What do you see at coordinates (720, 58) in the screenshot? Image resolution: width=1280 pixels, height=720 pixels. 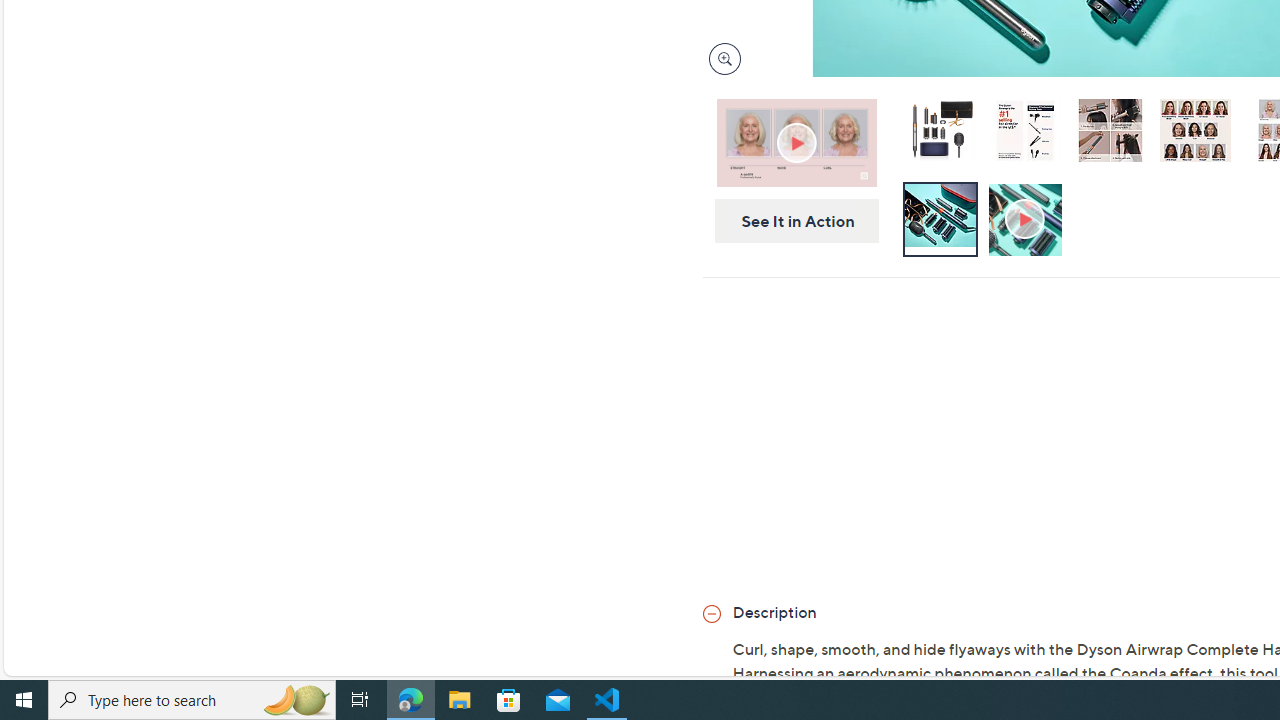 I see `'Zoom product image, opens image gallery dialog'` at bounding box center [720, 58].